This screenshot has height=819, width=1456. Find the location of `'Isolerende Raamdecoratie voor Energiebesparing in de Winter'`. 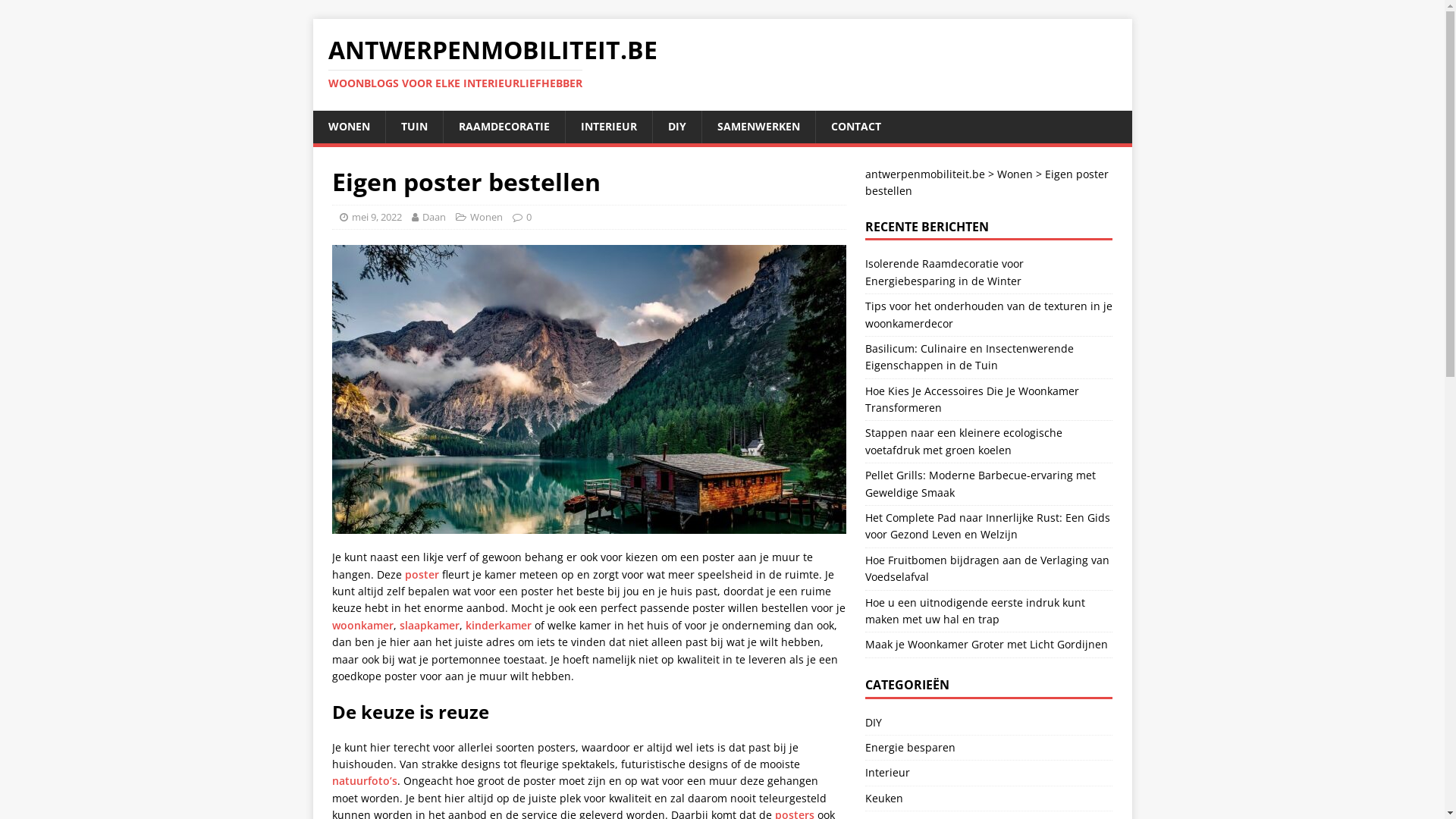

'Isolerende Raamdecoratie voor Energiebesparing in de Winter' is located at coordinates (943, 271).